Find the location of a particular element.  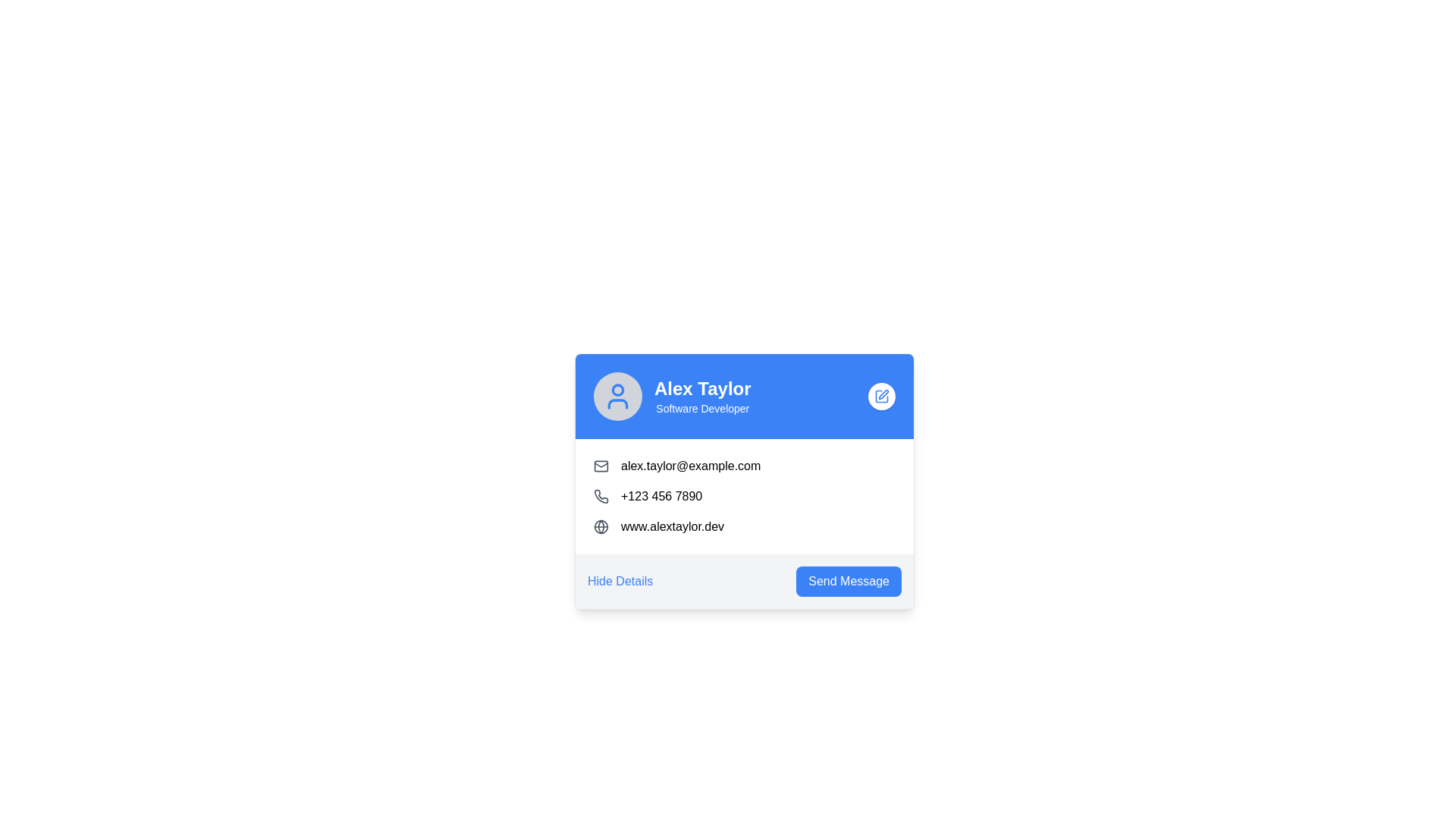

the 'Edit' icon button located in the top-right corner of the profile card to initiate the edit action is located at coordinates (881, 396).